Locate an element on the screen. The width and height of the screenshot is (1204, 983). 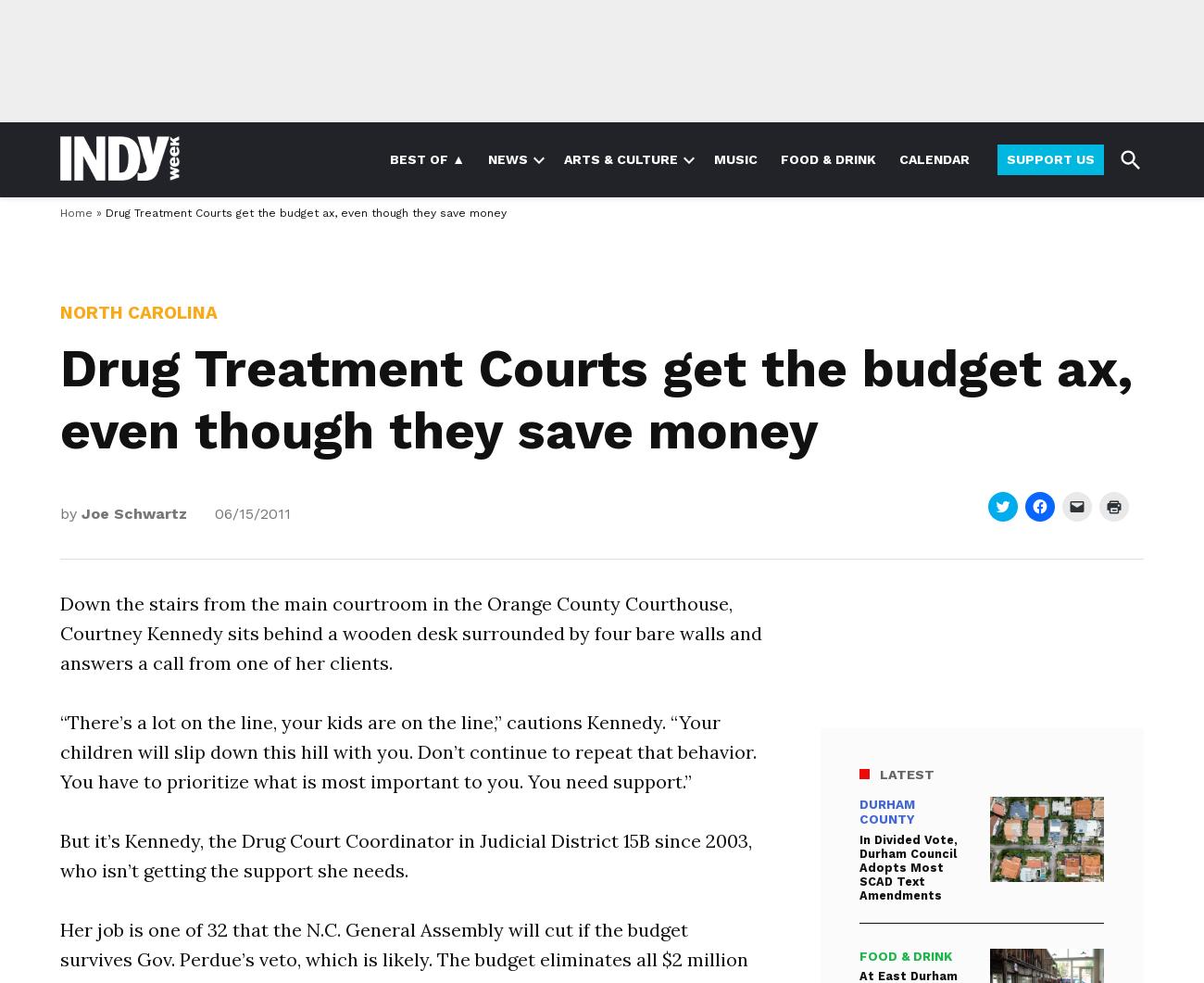
'But it’s Kennedy, the Drug Court Coordinator in Judicial District 15B since 2003, who isn’t getting the support she needs.' is located at coordinates (405, 853).